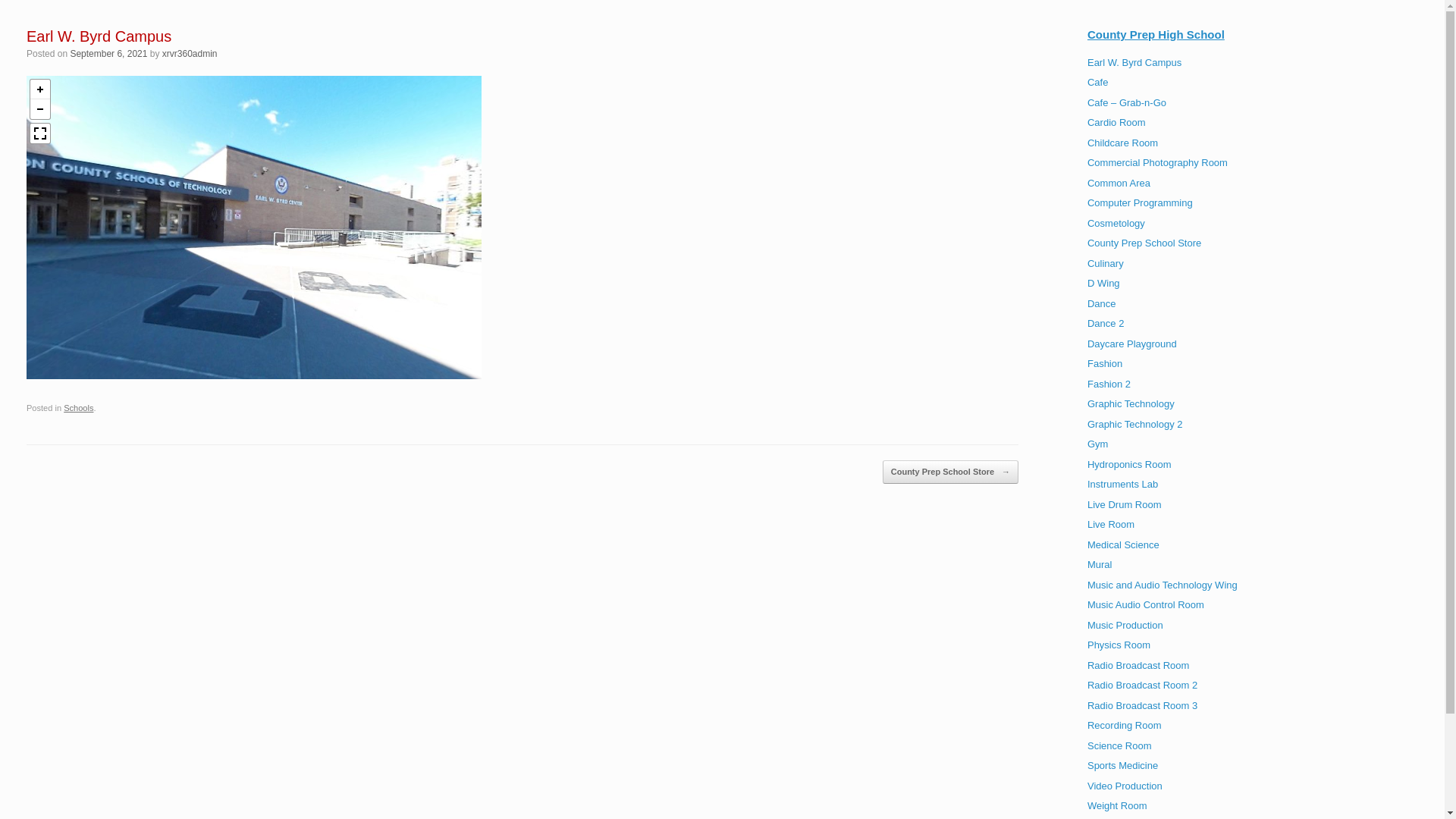  Describe the element at coordinates (1122, 484) in the screenshot. I see `'Instruments Lab'` at that location.